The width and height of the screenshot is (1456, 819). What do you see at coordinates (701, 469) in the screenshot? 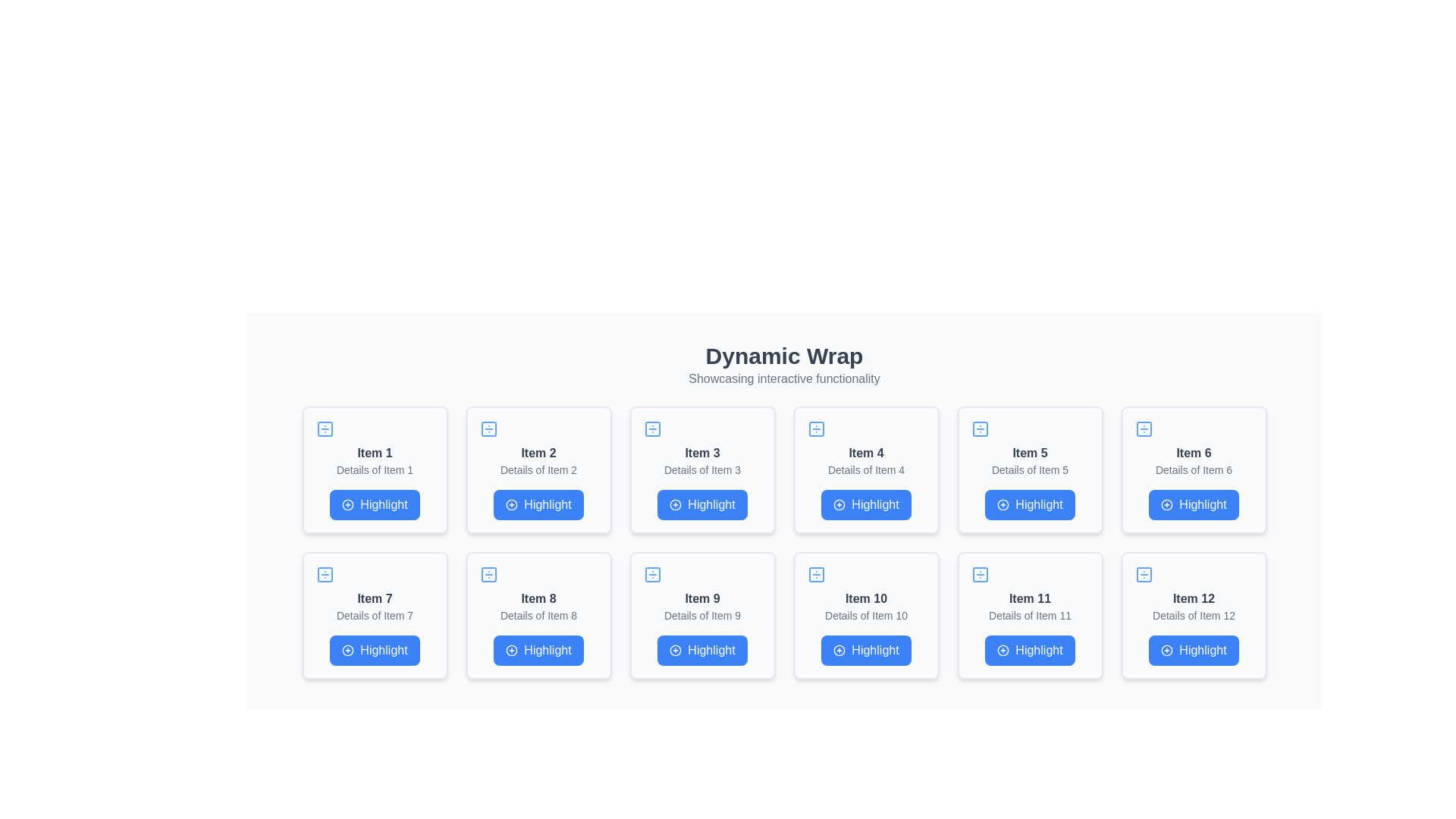
I see `the card displaying detailed information and a button, located in the first row, third column of a 3x4 grid layout` at bounding box center [701, 469].